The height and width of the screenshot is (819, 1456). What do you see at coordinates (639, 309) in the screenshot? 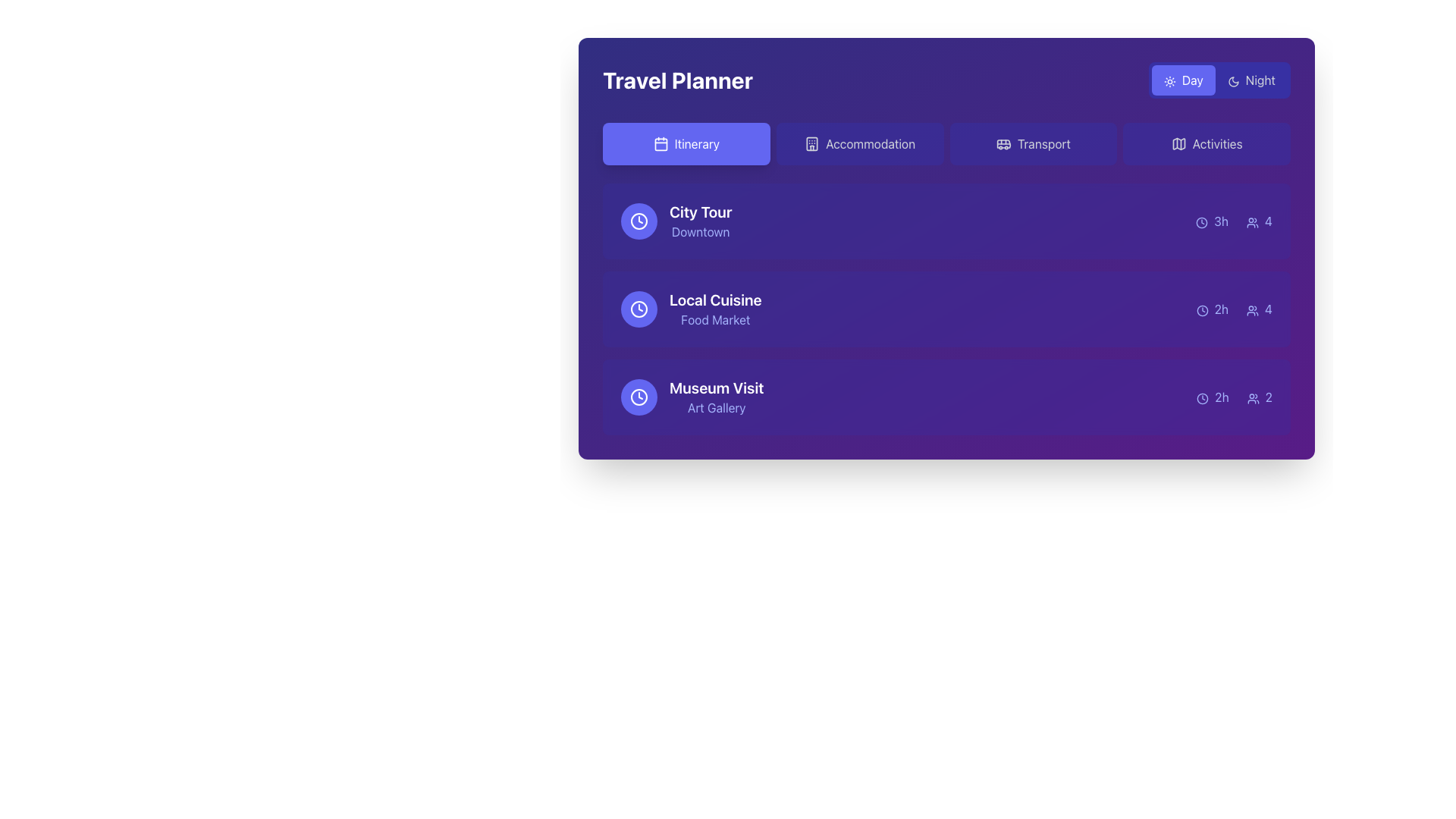
I see `the circular SVG element that represents the clock icon next to the 'Local Cuisine' entry in the 'Travel Planner' application interface` at bounding box center [639, 309].